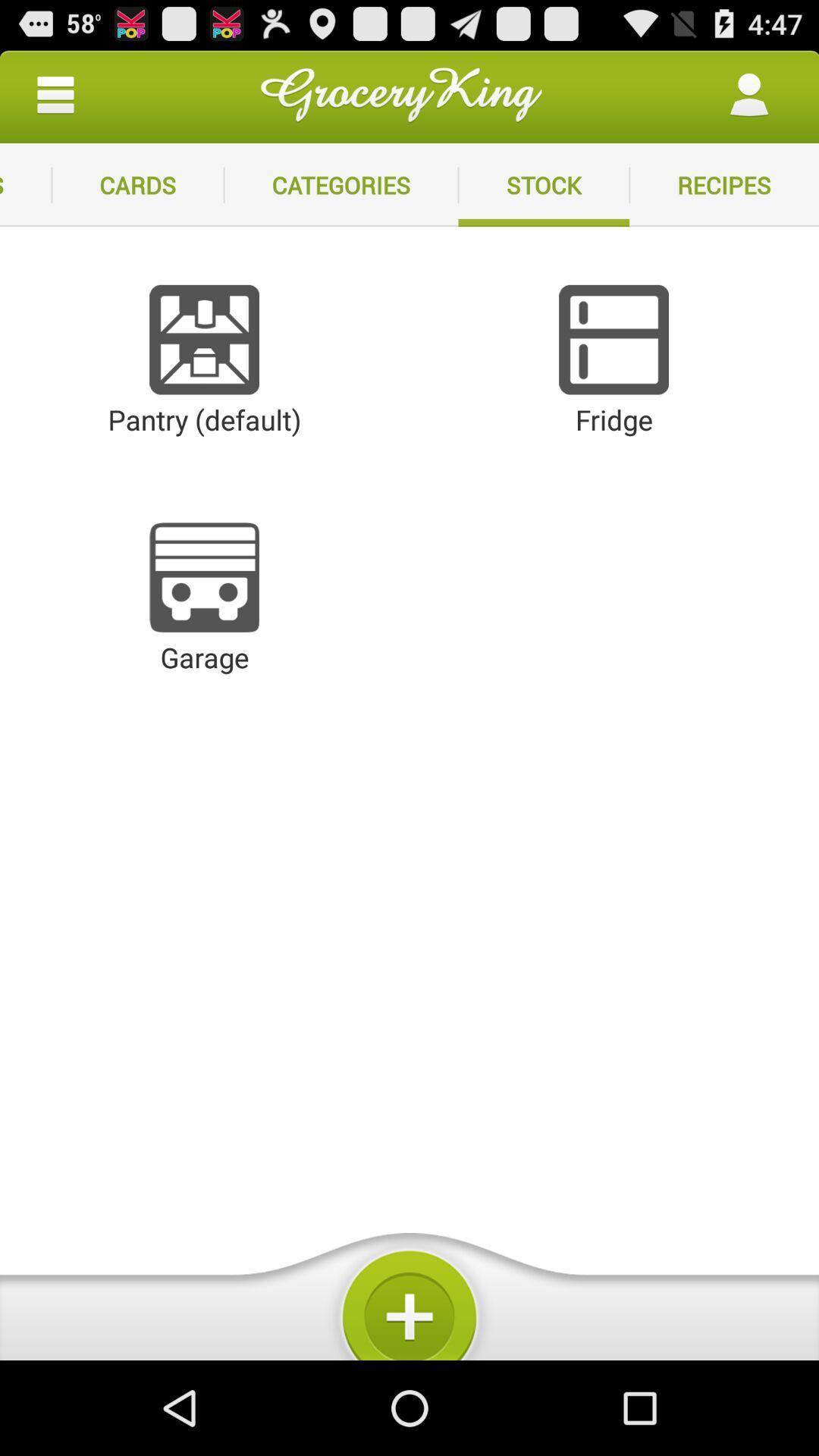 The height and width of the screenshot is (1456, 819). I want to click on the item next to the stock app, so click(341, 184).